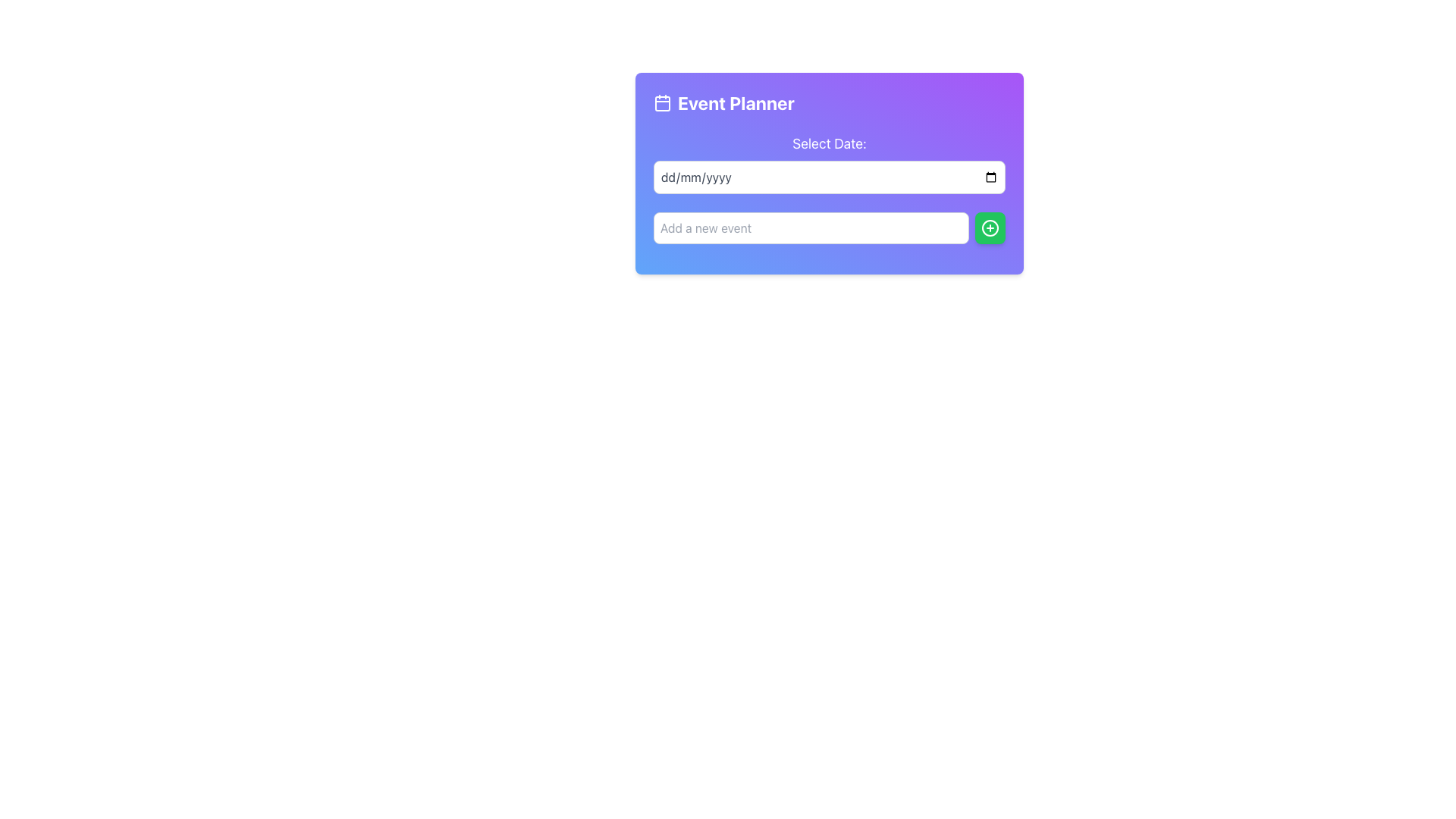  What do you see at coordinates (990, 227) in the screenshot?
I see `the circular SVG button icon with a plus sign` at bounding box center [990, 227].